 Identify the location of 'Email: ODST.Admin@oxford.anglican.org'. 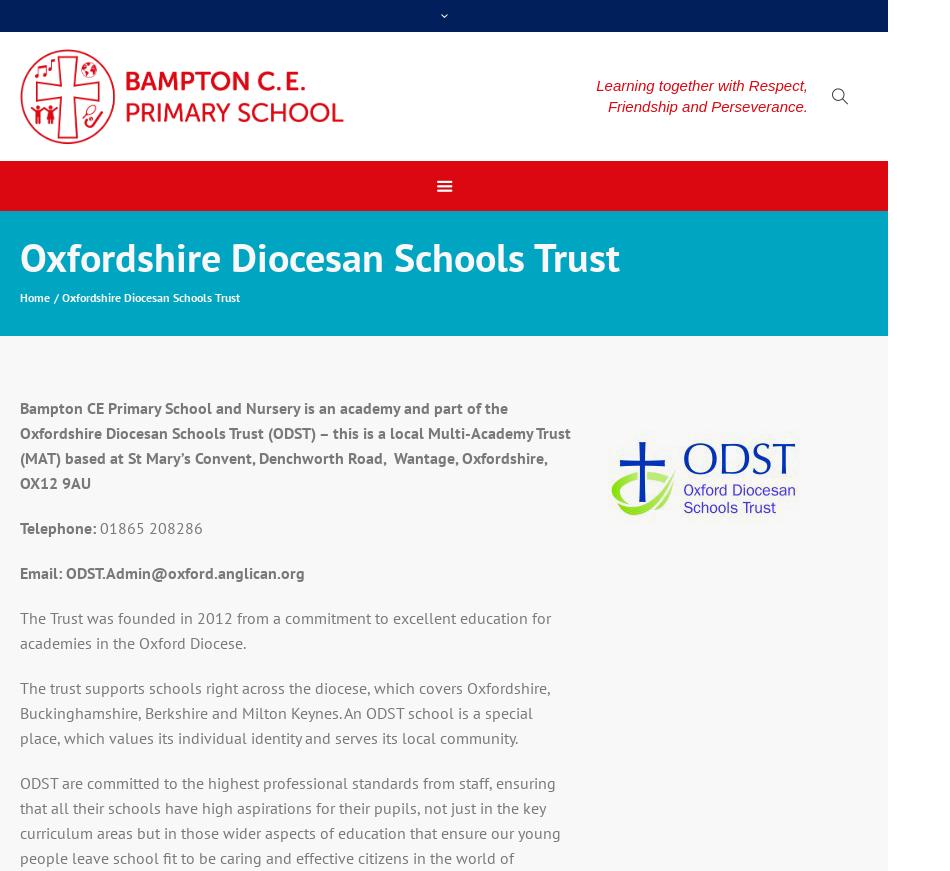
(161, 573).